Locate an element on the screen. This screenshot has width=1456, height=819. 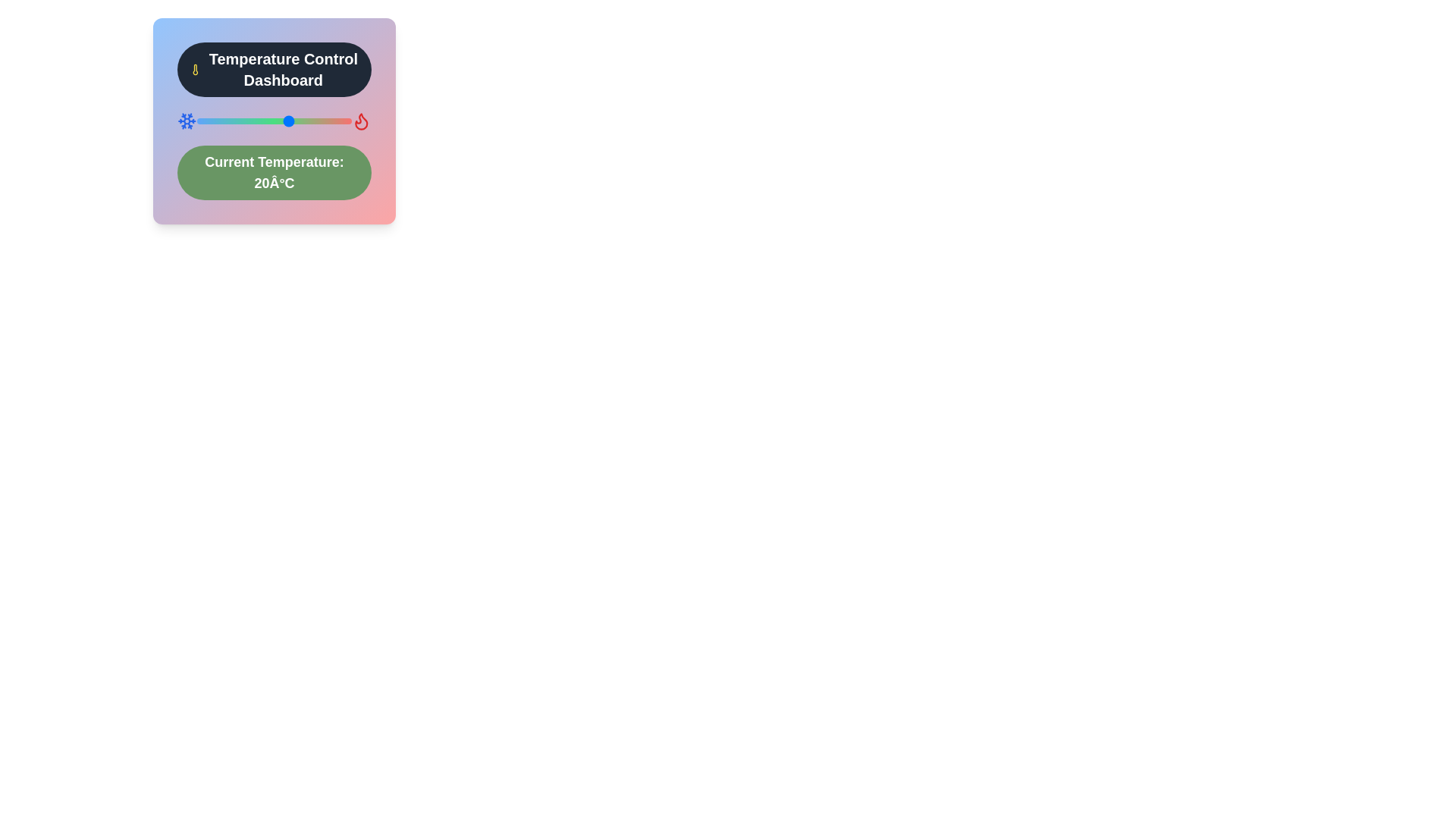
the background gradient to trigger any hidden action is located at coordinates (274, 120).